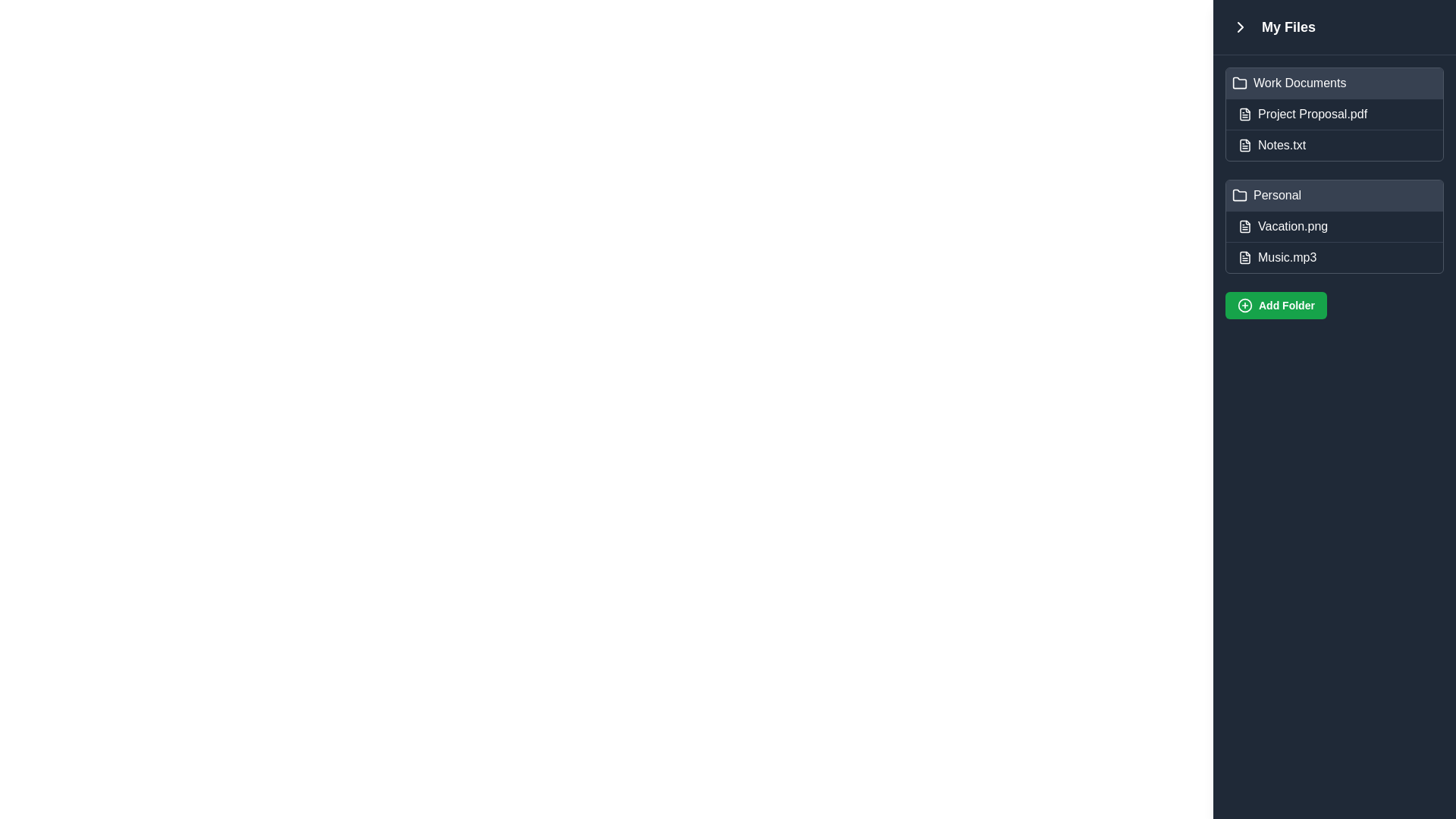  Describe the element at coordinates (1335, 145) in the screenshot. I see `the 'Notes.txt' file item displayed under the 'Work Documents' category` at that location.